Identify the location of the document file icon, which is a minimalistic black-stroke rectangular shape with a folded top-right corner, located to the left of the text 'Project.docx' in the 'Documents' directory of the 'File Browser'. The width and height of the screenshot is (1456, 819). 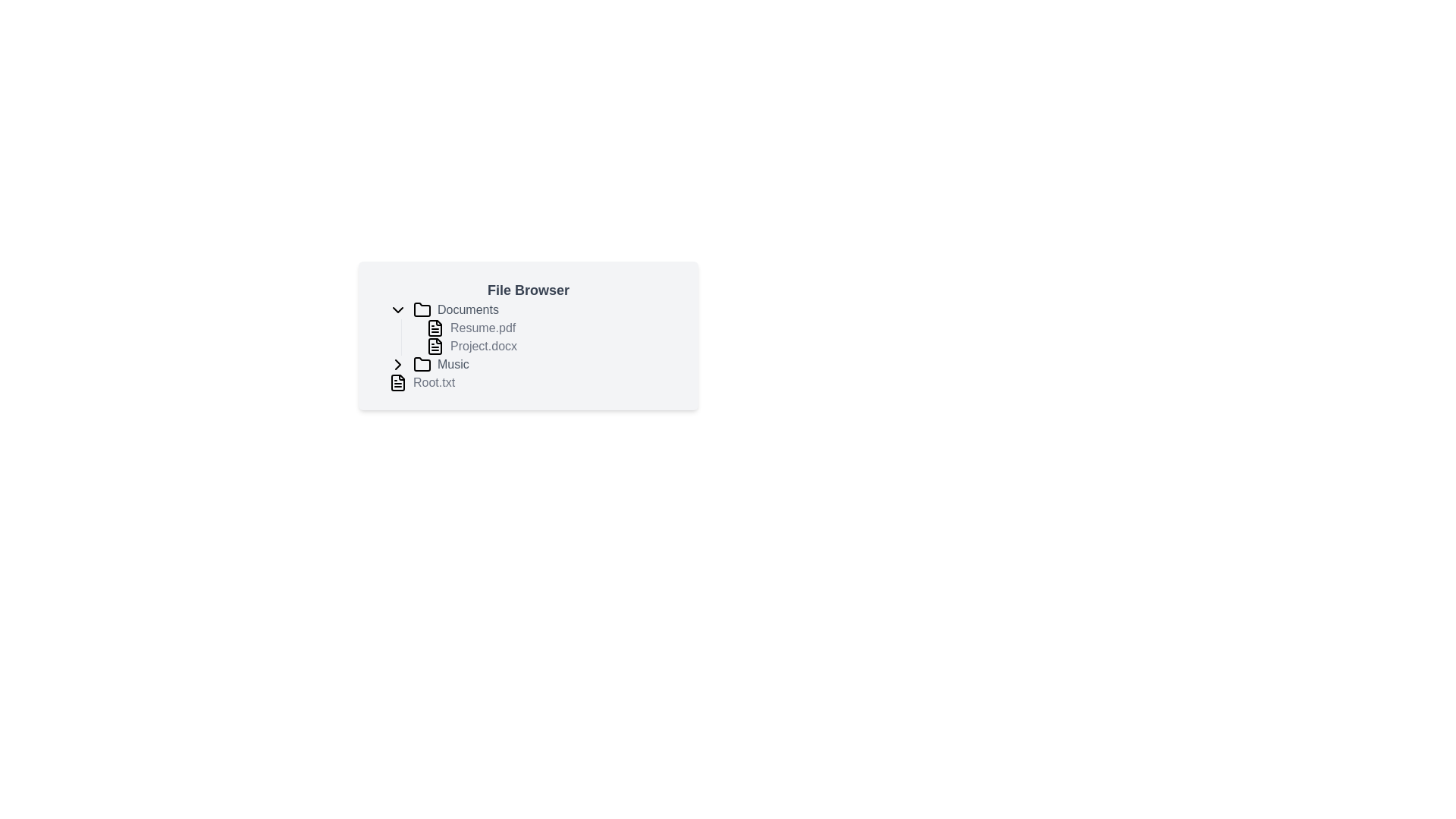
(435, 346).